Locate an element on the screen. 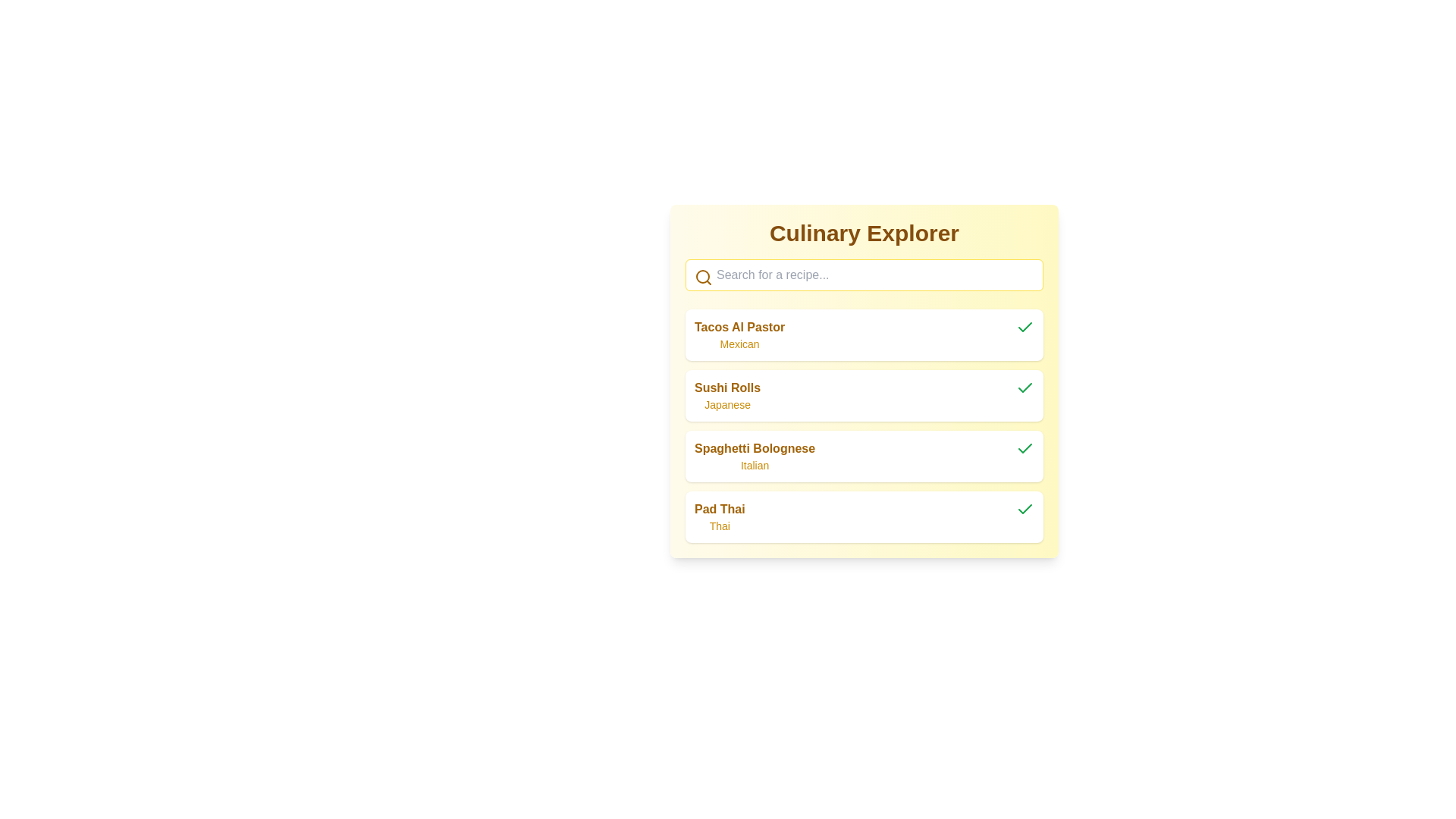  static label text 'Pad Thai' which is prominently displayed in a bold yellow color as the fourth item in the recipe list within the 'Culinary Explorer' interface is located at coordinates (719, 509).